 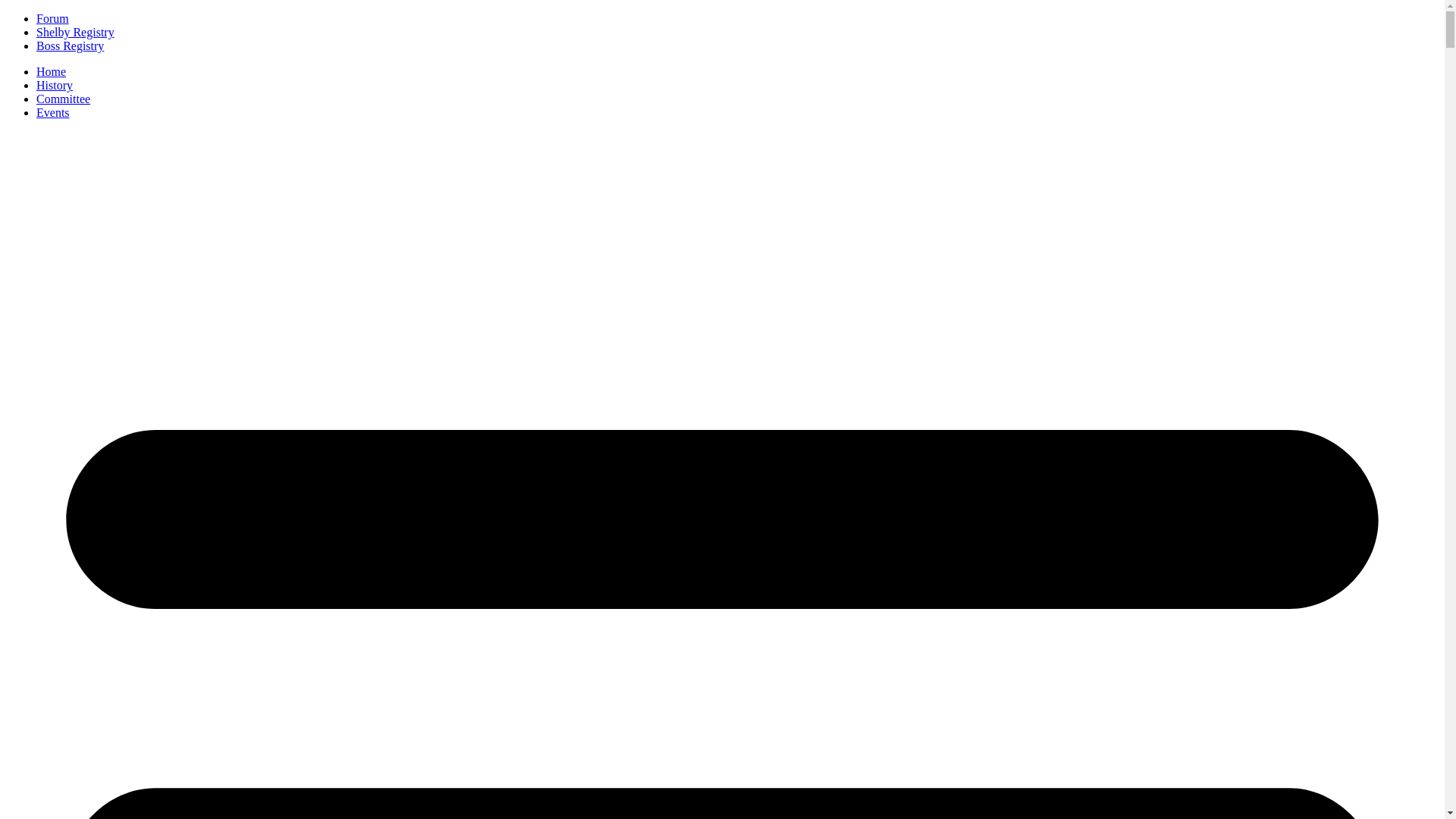 I want to click on 'Forum', so click(x=52, y=18).